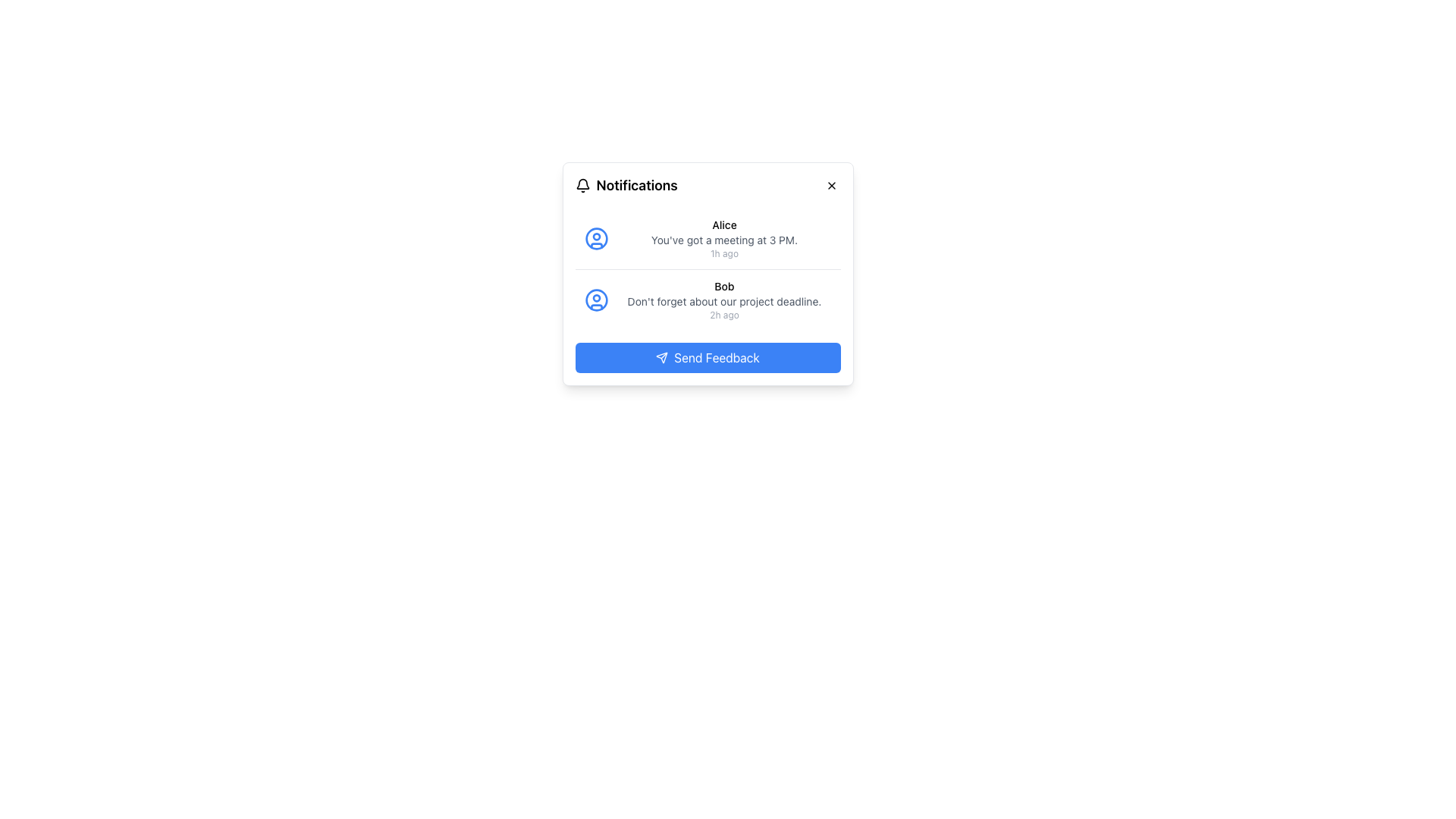  Describe the element at coordinates (830, 185) in the screenshot. I see `the Close button with an 'X' icon located at the top-right corner of the notification card to observe the background color change` at that location.